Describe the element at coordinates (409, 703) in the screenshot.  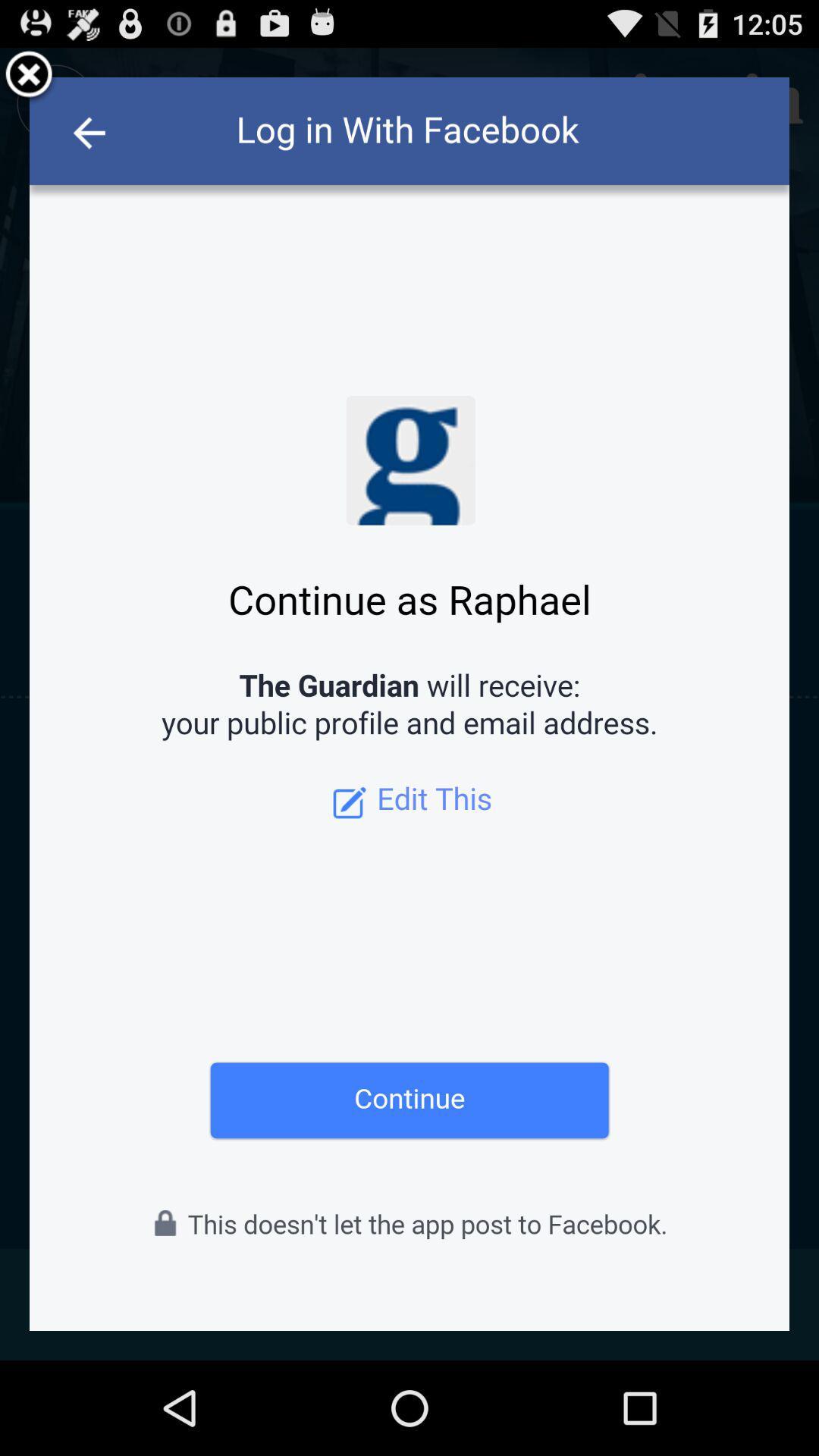
I see `guardian login` at that location.